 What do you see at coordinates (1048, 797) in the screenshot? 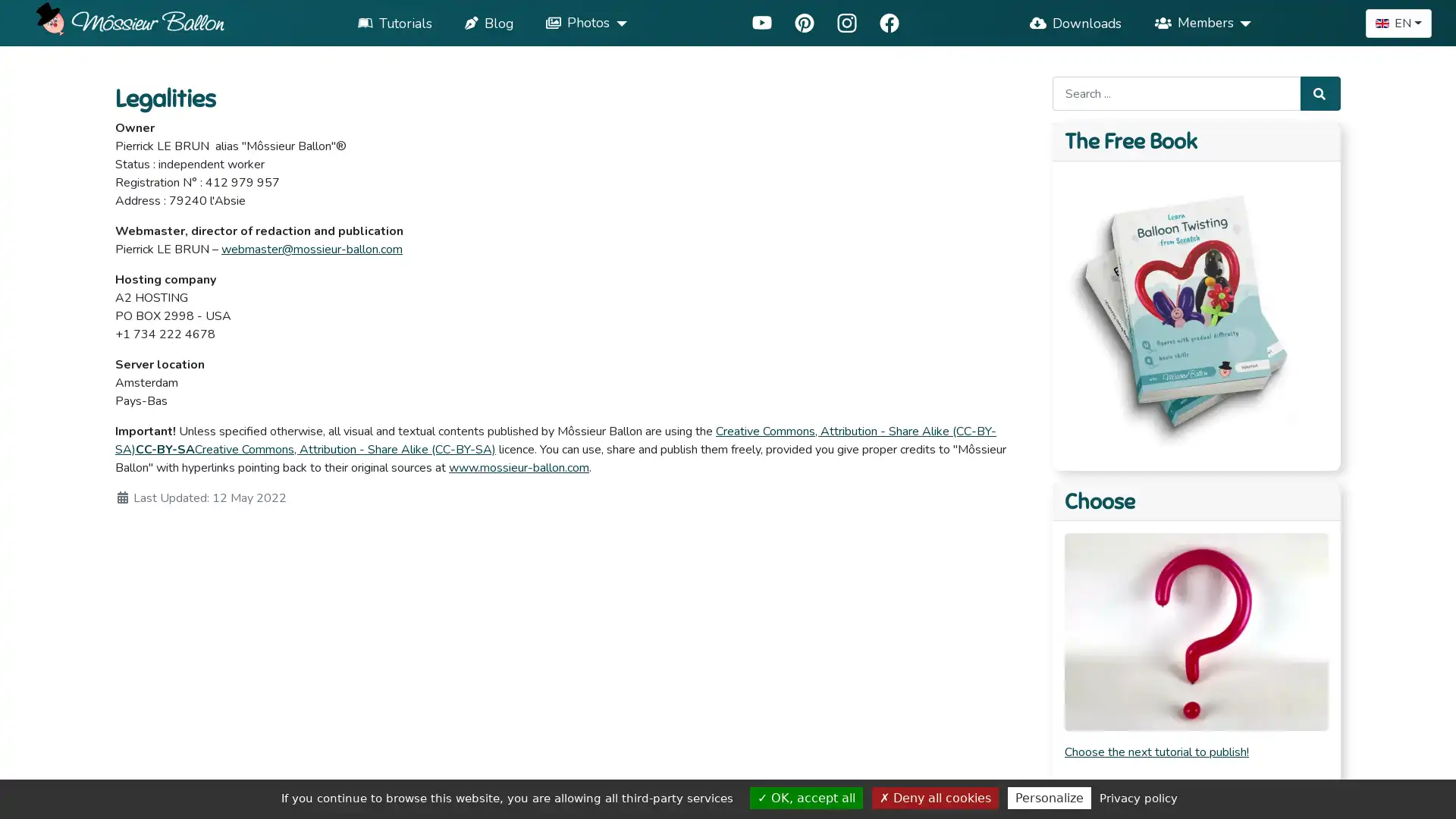
I see `Personalize (modal window)` at bounding box center [1048, 797].